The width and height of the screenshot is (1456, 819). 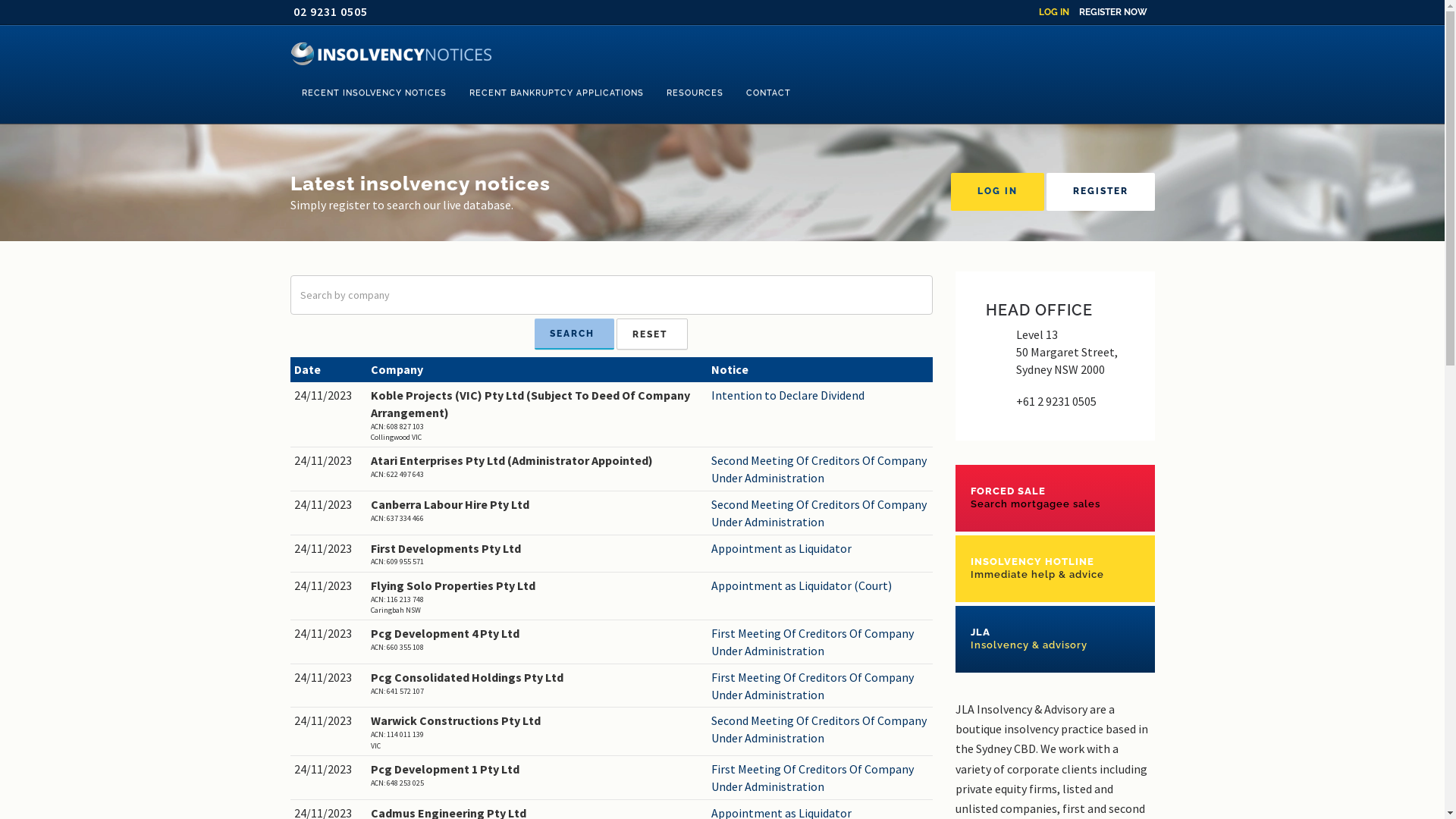 What do you see at coordinates (556, 93) in the screenshot?
I see `'RECENT BANKRUPTCY APPLICATIONS'` at bounding box center [556, 93].